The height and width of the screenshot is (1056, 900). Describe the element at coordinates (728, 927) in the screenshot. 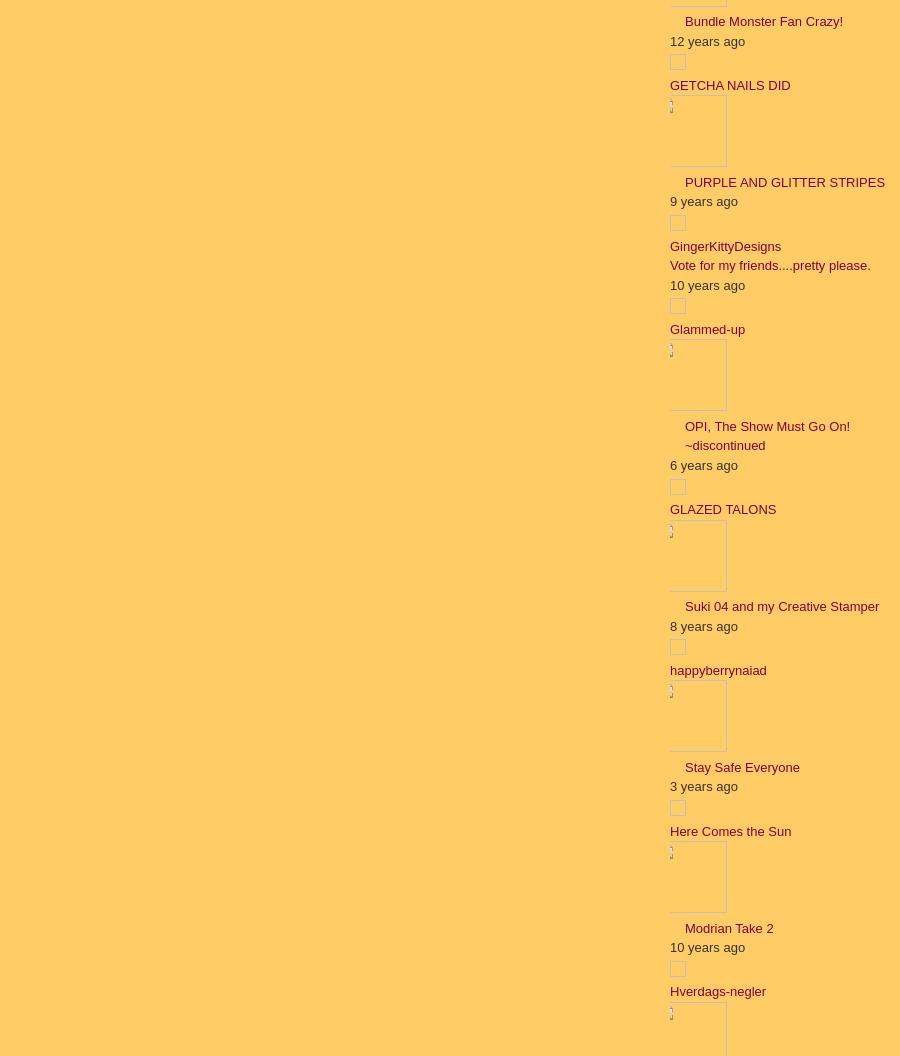

I see `'Modrian Take 2'` at that location.